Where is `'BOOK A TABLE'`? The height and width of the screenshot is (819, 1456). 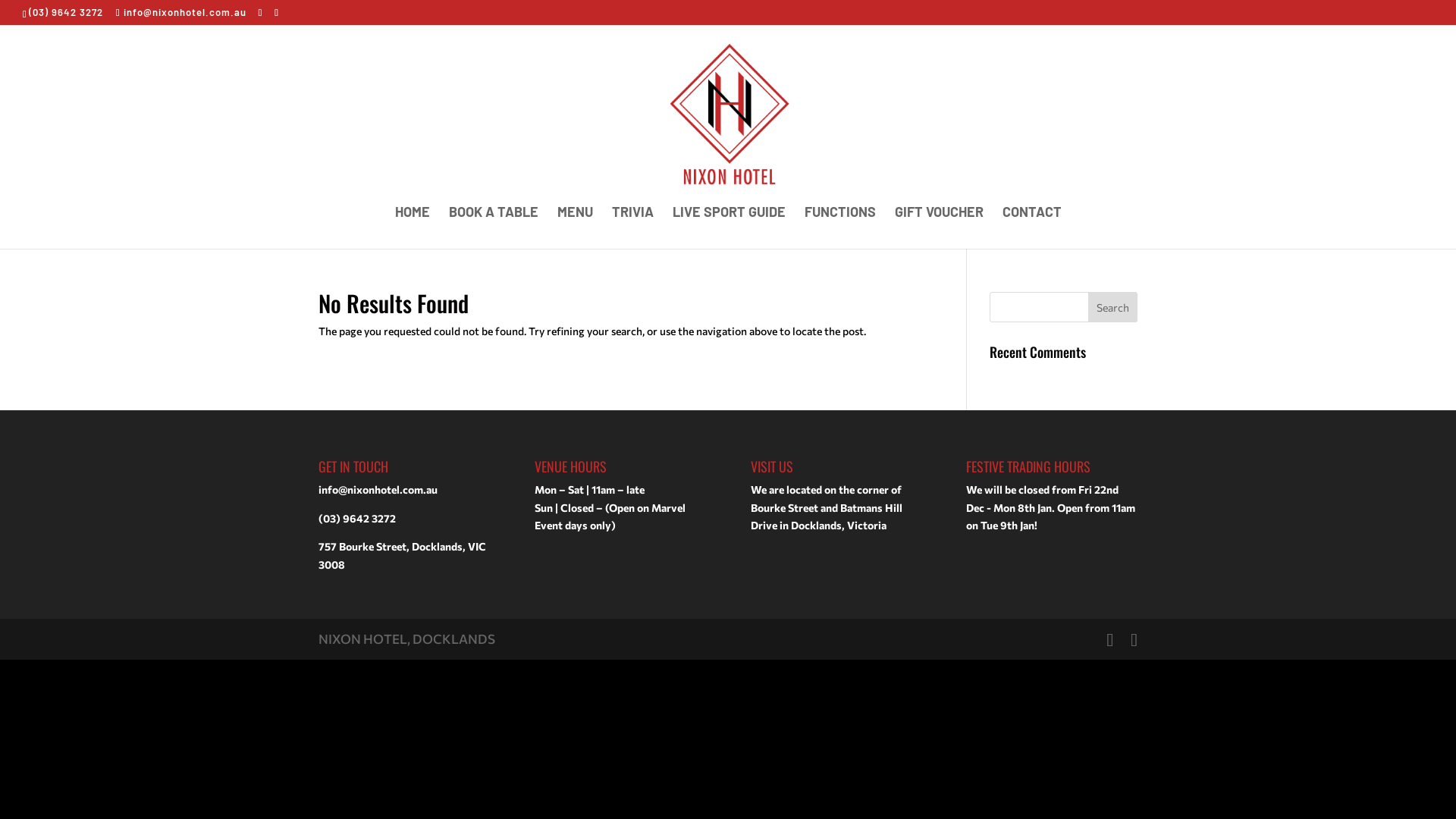
'BOOK A TABLE' is located at coordinates (447, 227).